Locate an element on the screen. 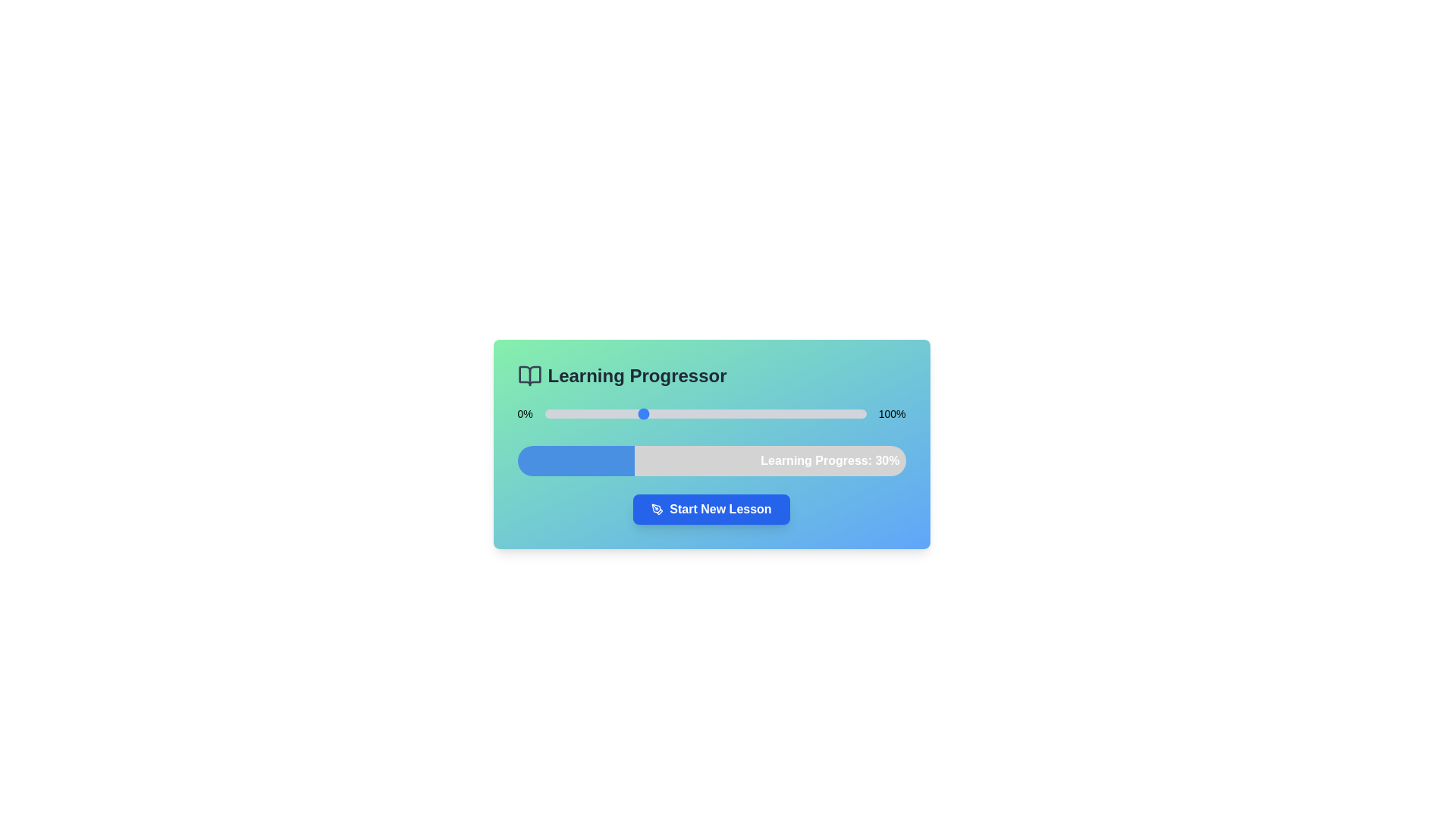 This screenshot has width=1456, height=819. the progress slider to set the progress to 13% is located at coordinates (585, 414).